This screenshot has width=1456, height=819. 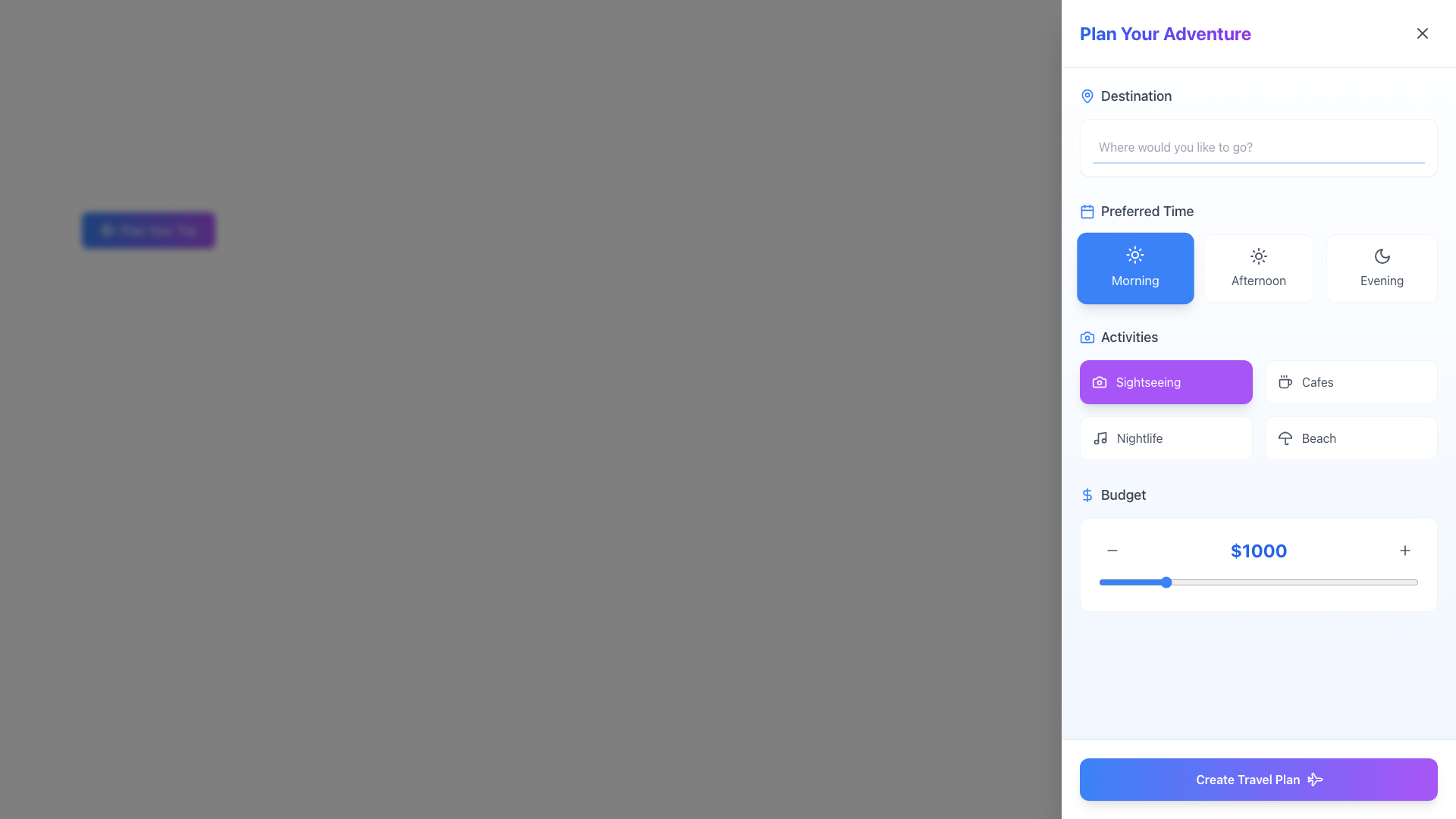 I want to click on the budget value, so click(x=1199, y=581).